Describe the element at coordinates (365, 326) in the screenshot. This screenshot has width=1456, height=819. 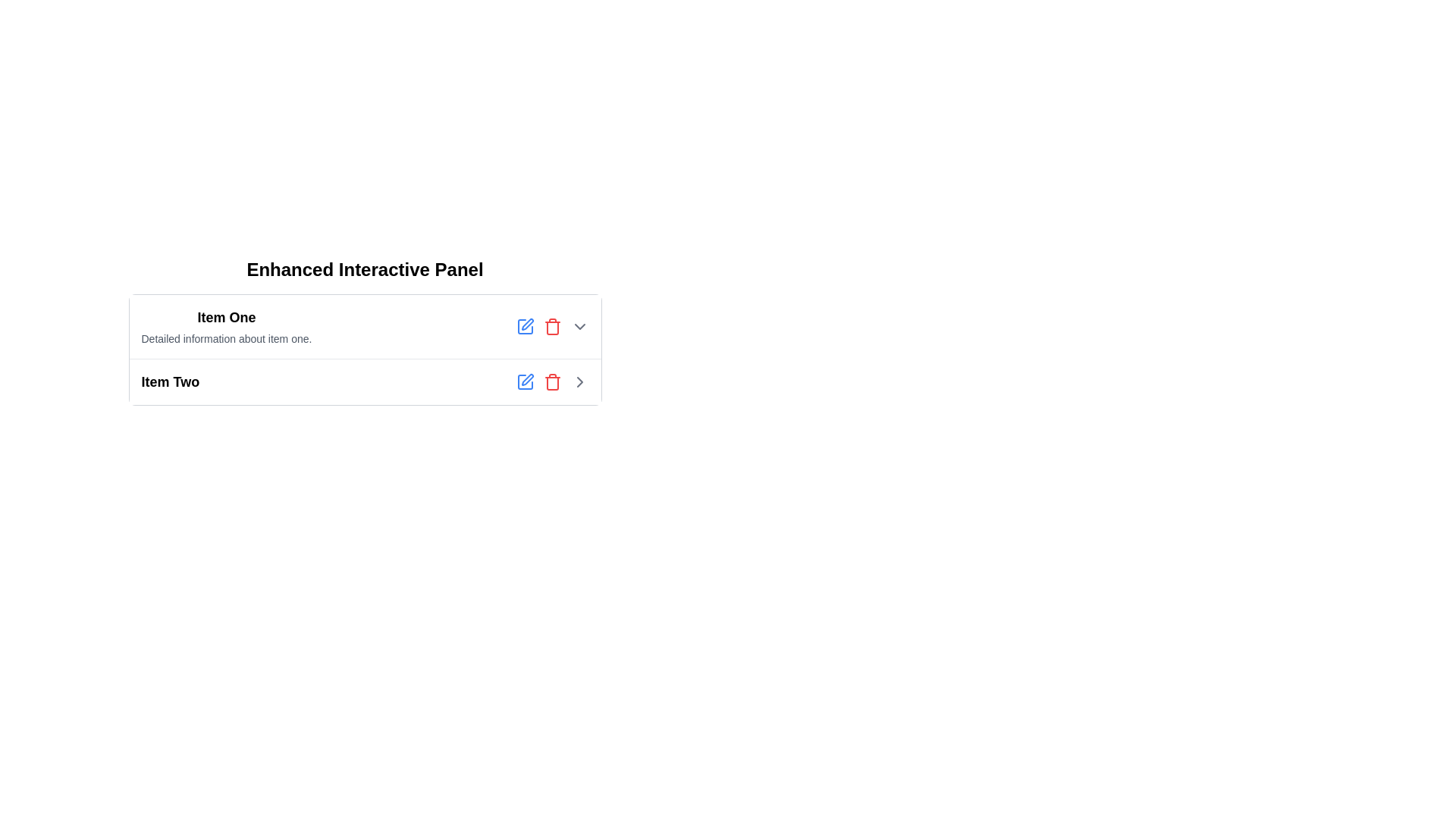
I see `title 'Item One' from the first list item that includes interactive icons for editing and deleting` at that location.